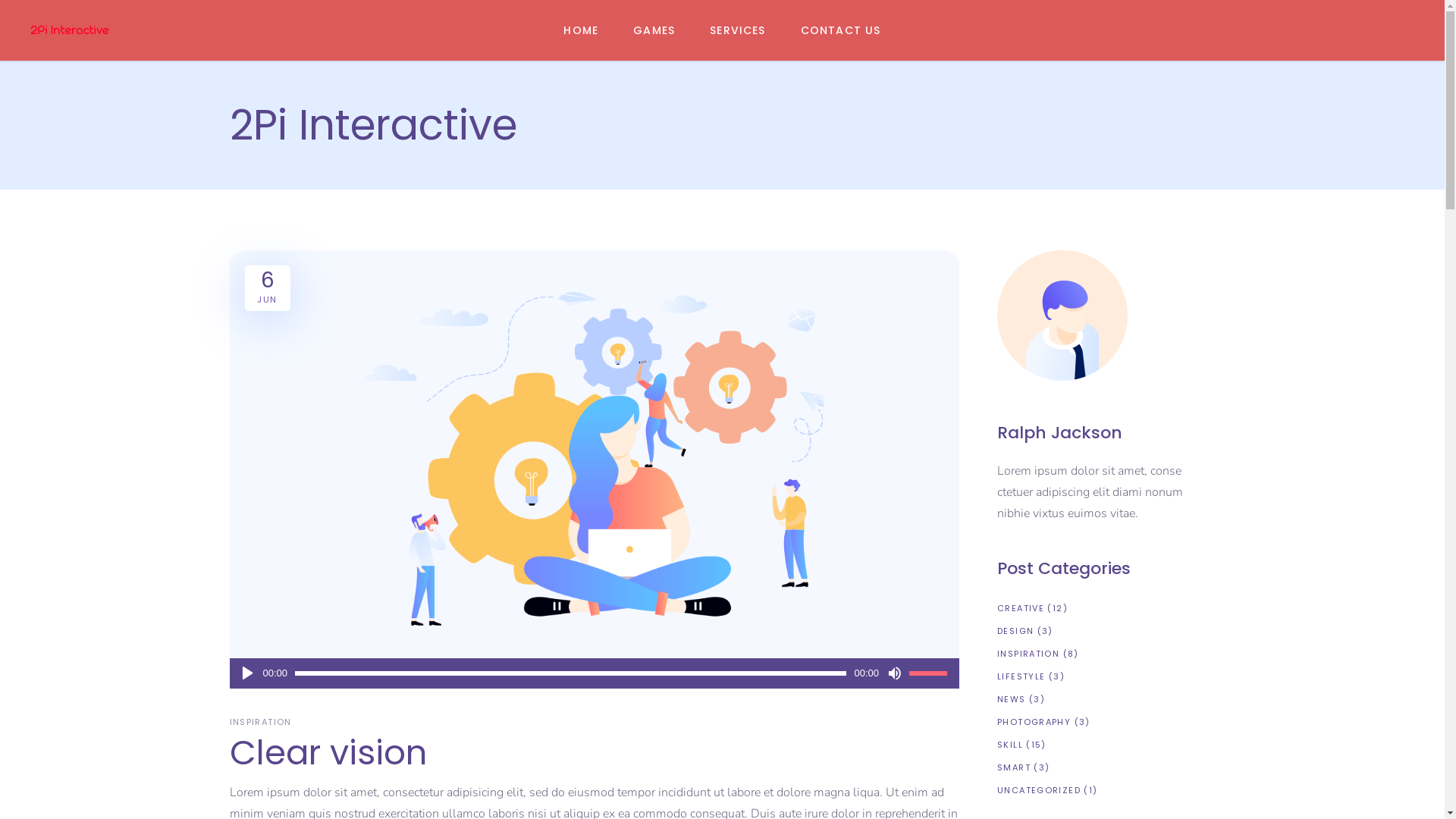 The image size is (1456, 819). I want to click on 'SERVICES', so click(691, 30).